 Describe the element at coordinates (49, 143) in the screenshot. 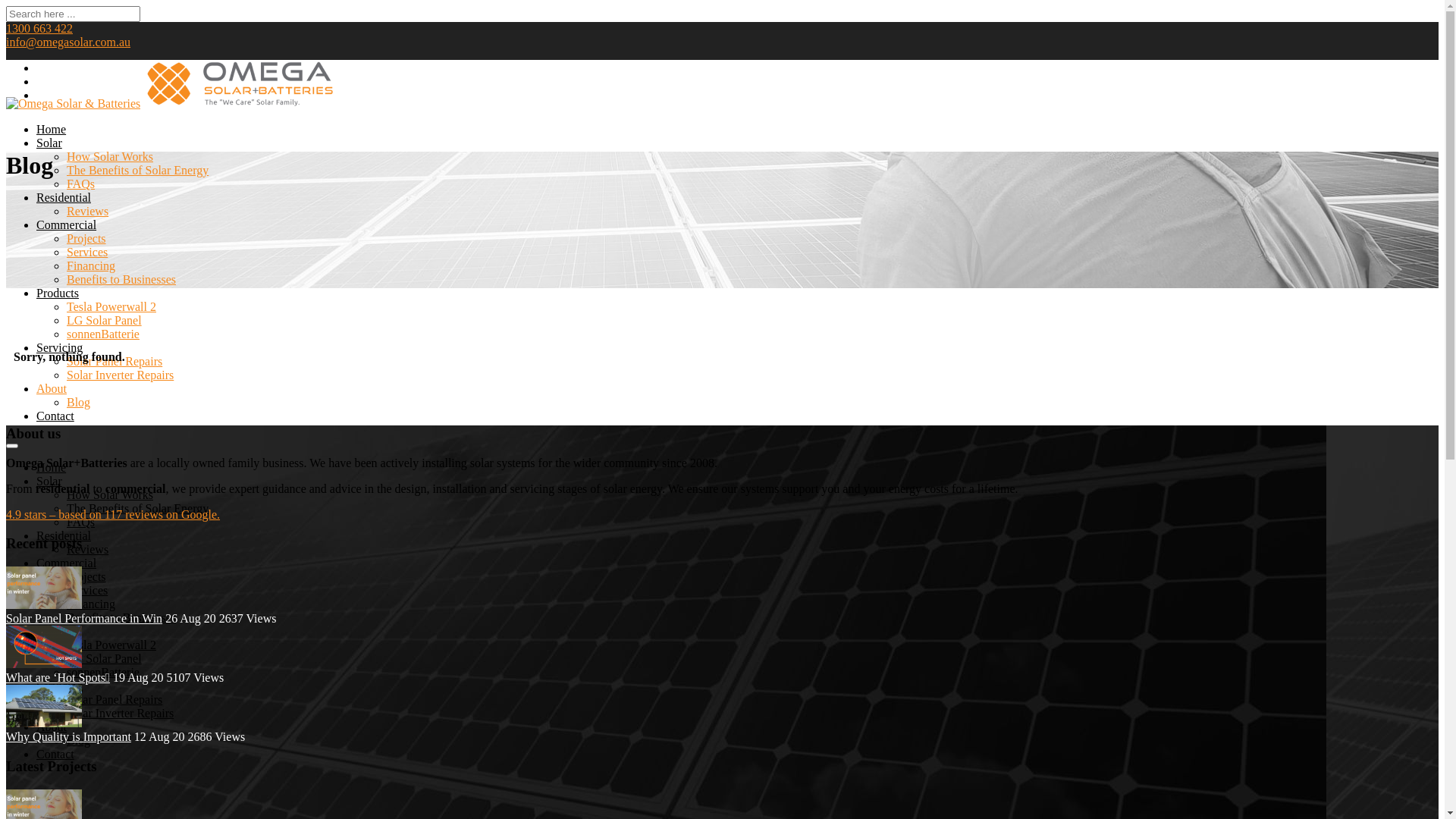

I see `'Solar'` at that location.